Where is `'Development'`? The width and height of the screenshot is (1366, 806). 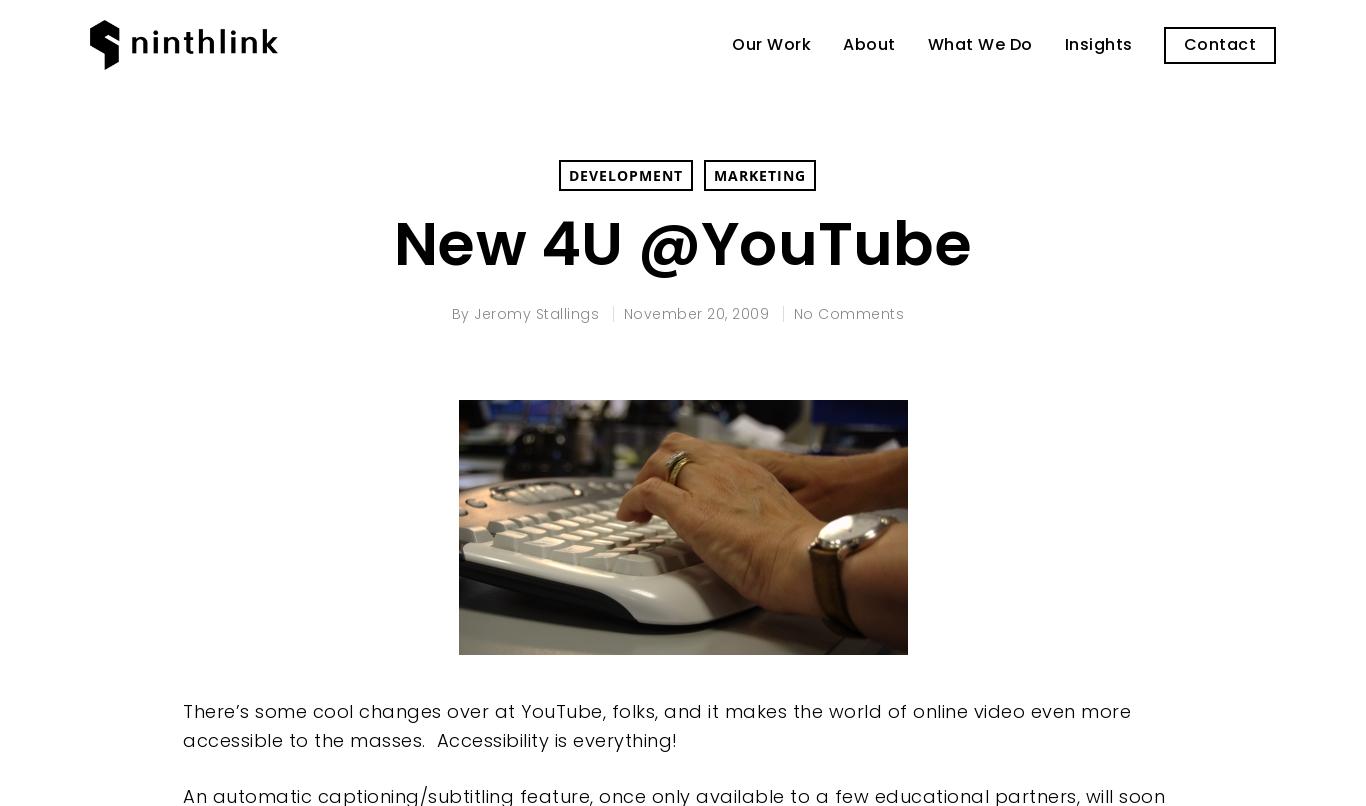 'Development' is located at coordinates (625, 175).